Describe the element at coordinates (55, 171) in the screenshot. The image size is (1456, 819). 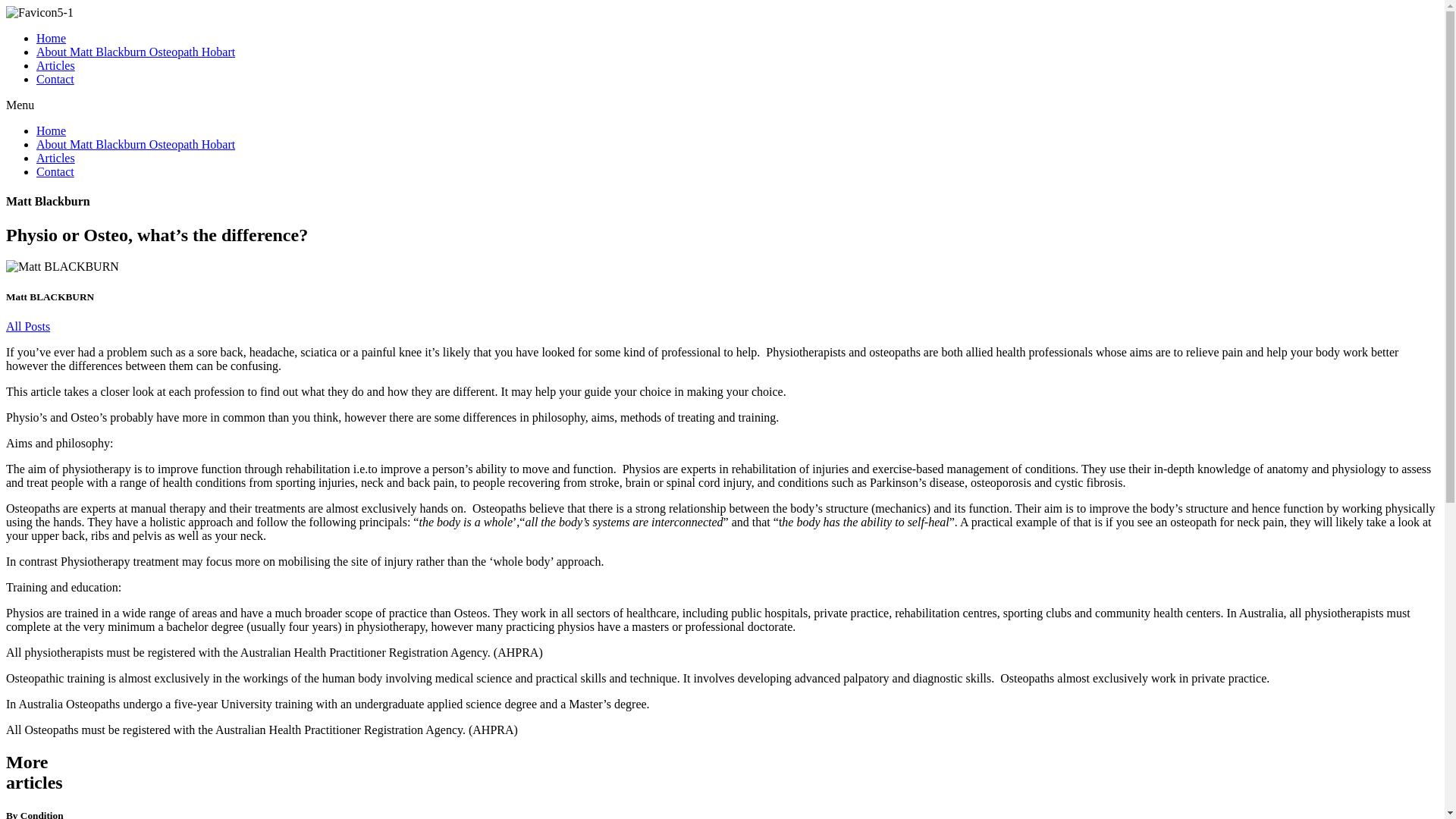
I see `'Contact'` at that location.